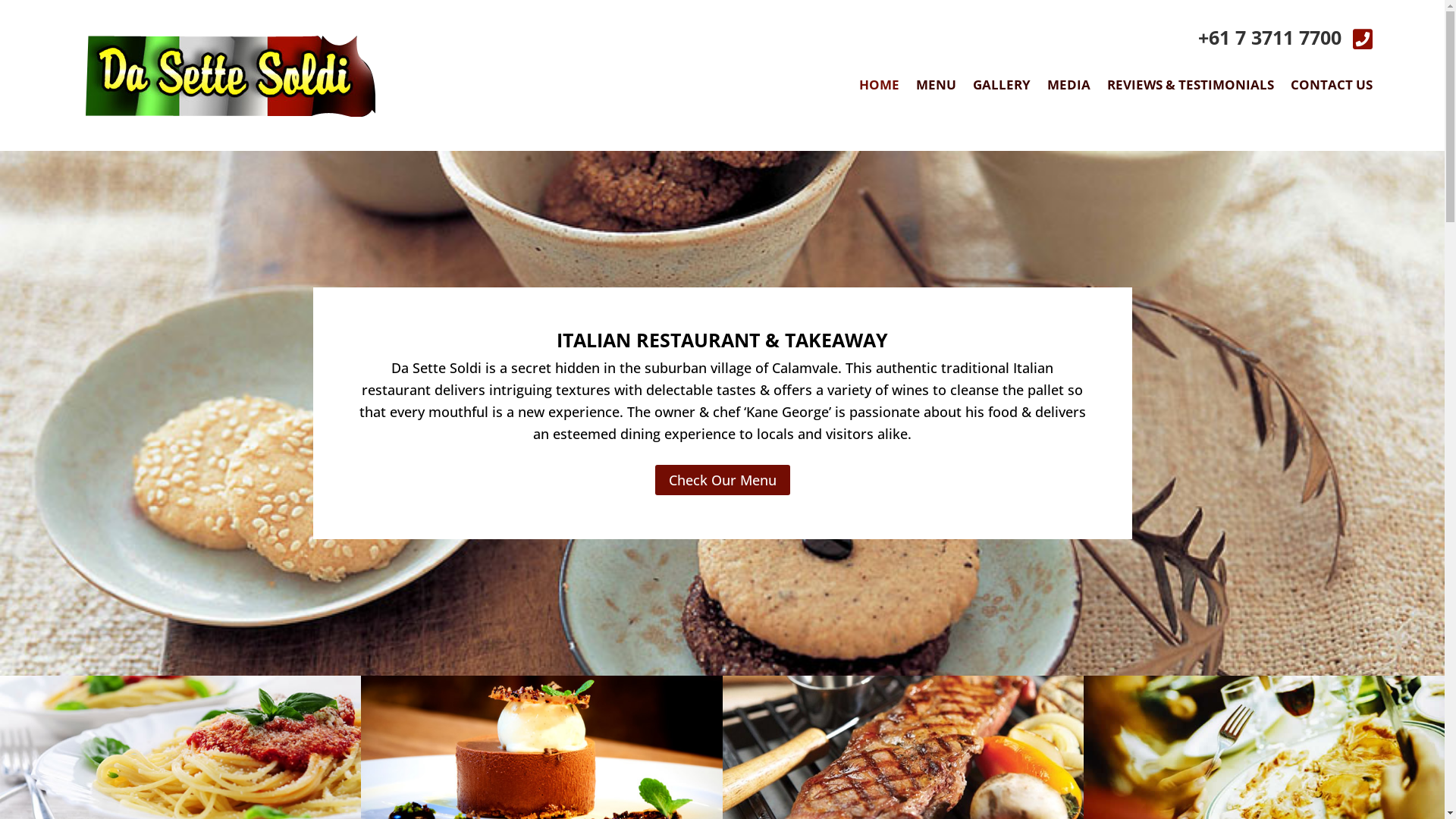 This screenshot has height=819, width=1456. What do you see at coordinates (1068, 87) in the screenshot?
I see `'MEDIA'` at bounding box center [1068, 87].